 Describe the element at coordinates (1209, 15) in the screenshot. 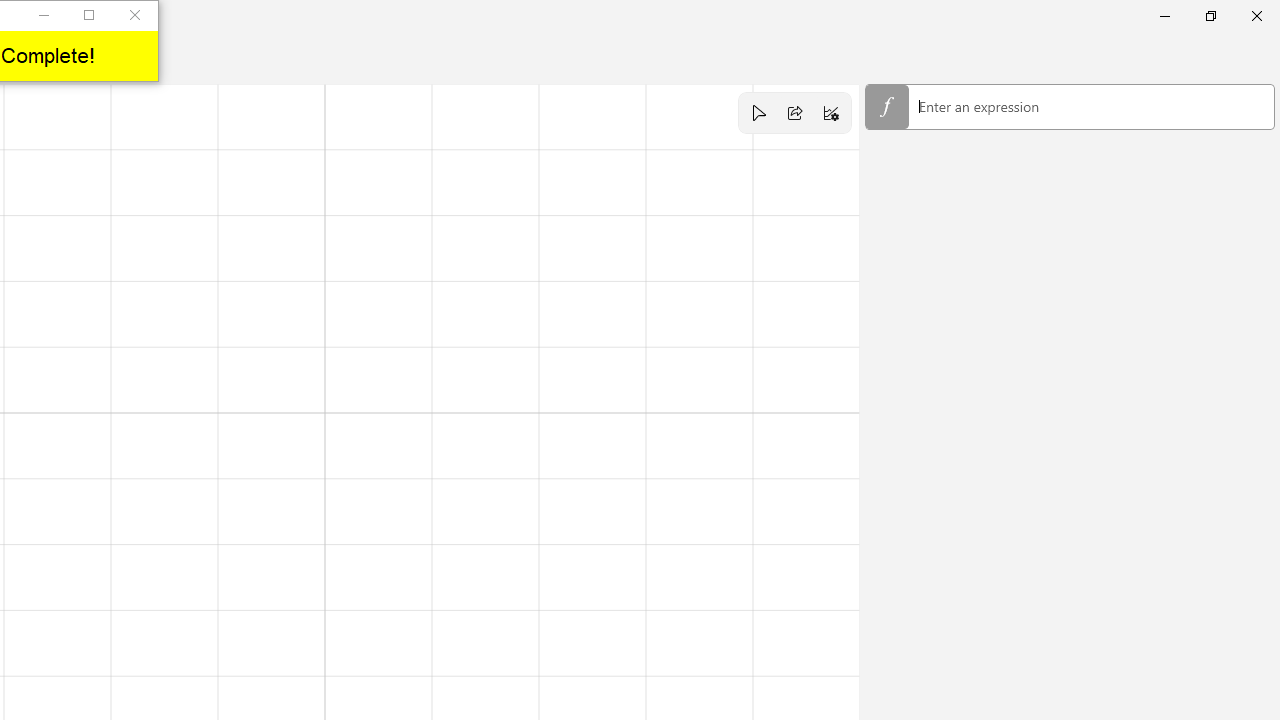

I see `'Restore Calculator'` at that location.